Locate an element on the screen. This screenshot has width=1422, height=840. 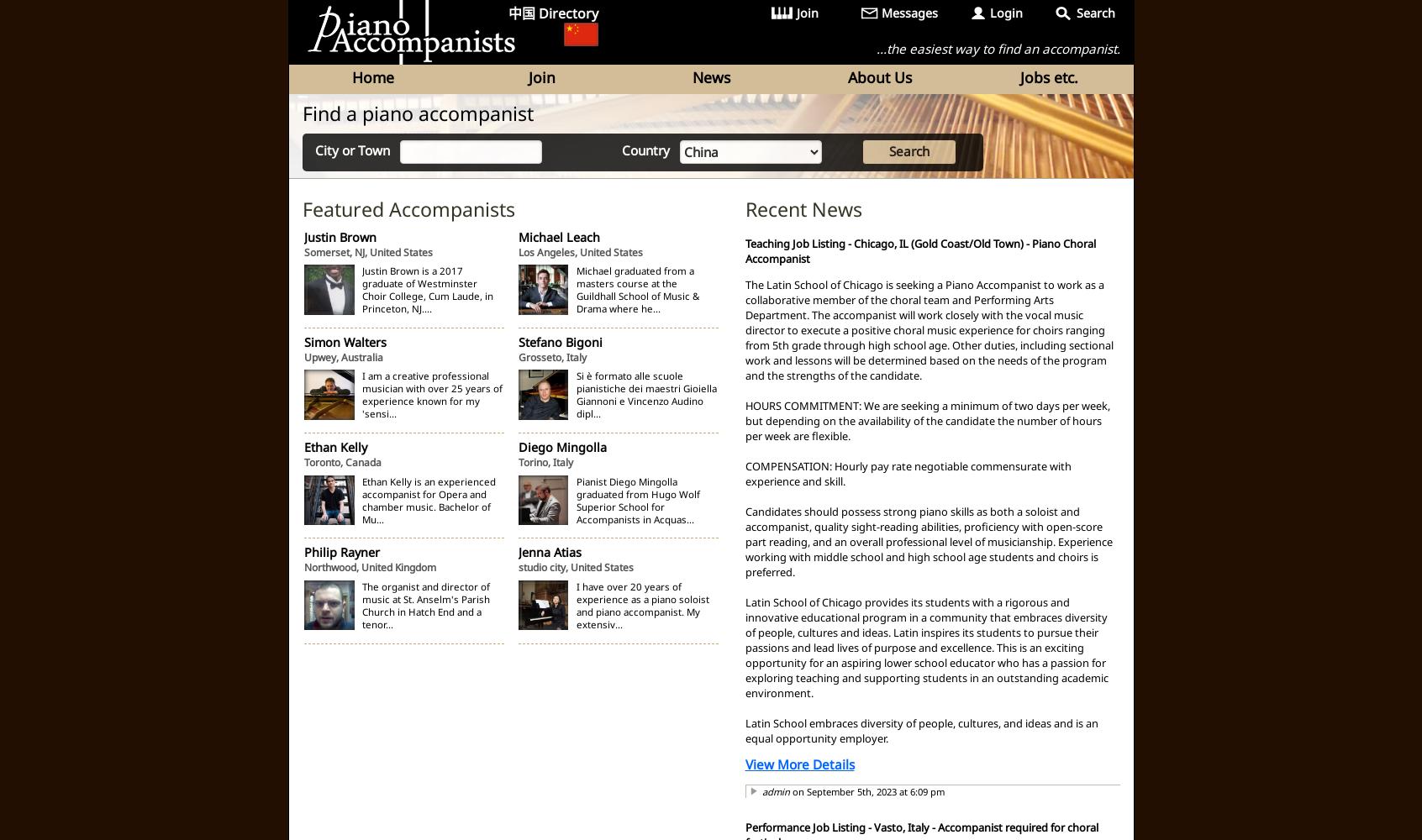
'Si è formato alle scuole pianistiche dei maestri Gioiella Giannoni e Vincenzo Audino dipl...' is located at coordinates (575, 394).